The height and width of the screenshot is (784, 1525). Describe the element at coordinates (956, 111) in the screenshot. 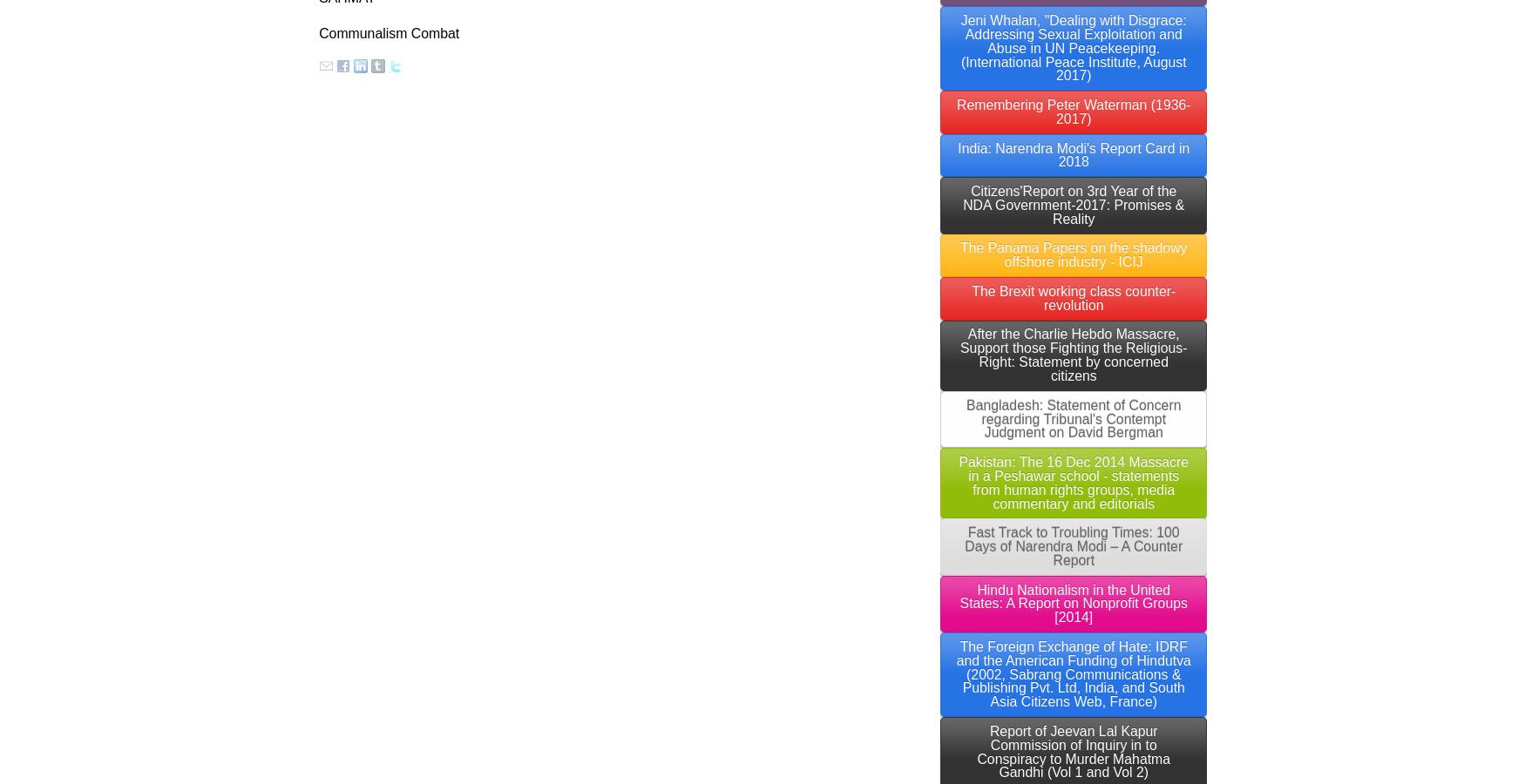

I see `'Remembering Peter Waterman (1936-2017)'` at that location.